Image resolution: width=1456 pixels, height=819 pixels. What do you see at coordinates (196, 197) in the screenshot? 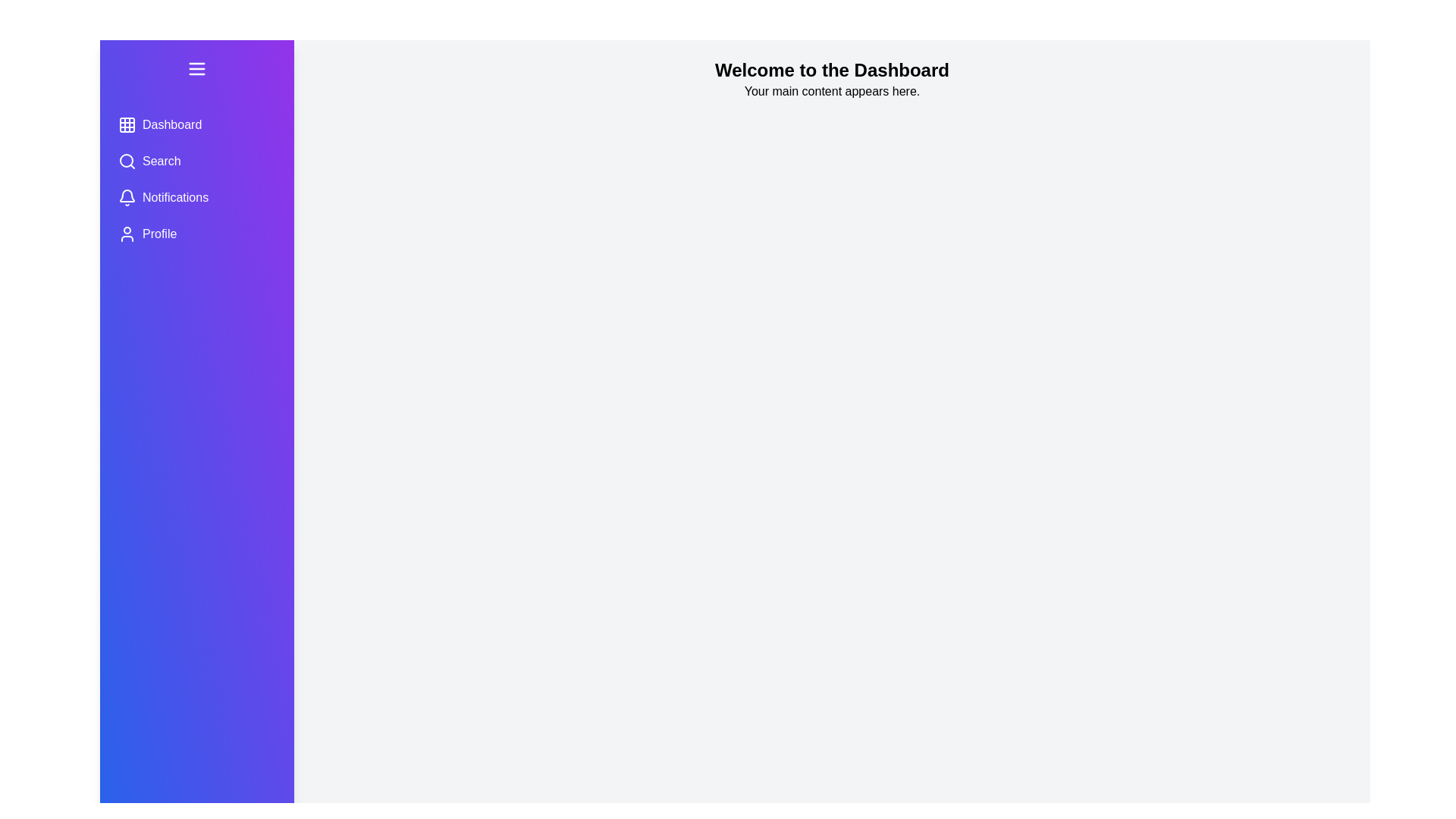
I see `the 'Notifications' list item to navigate to the Notifications section` at bounding box center [196, 197].